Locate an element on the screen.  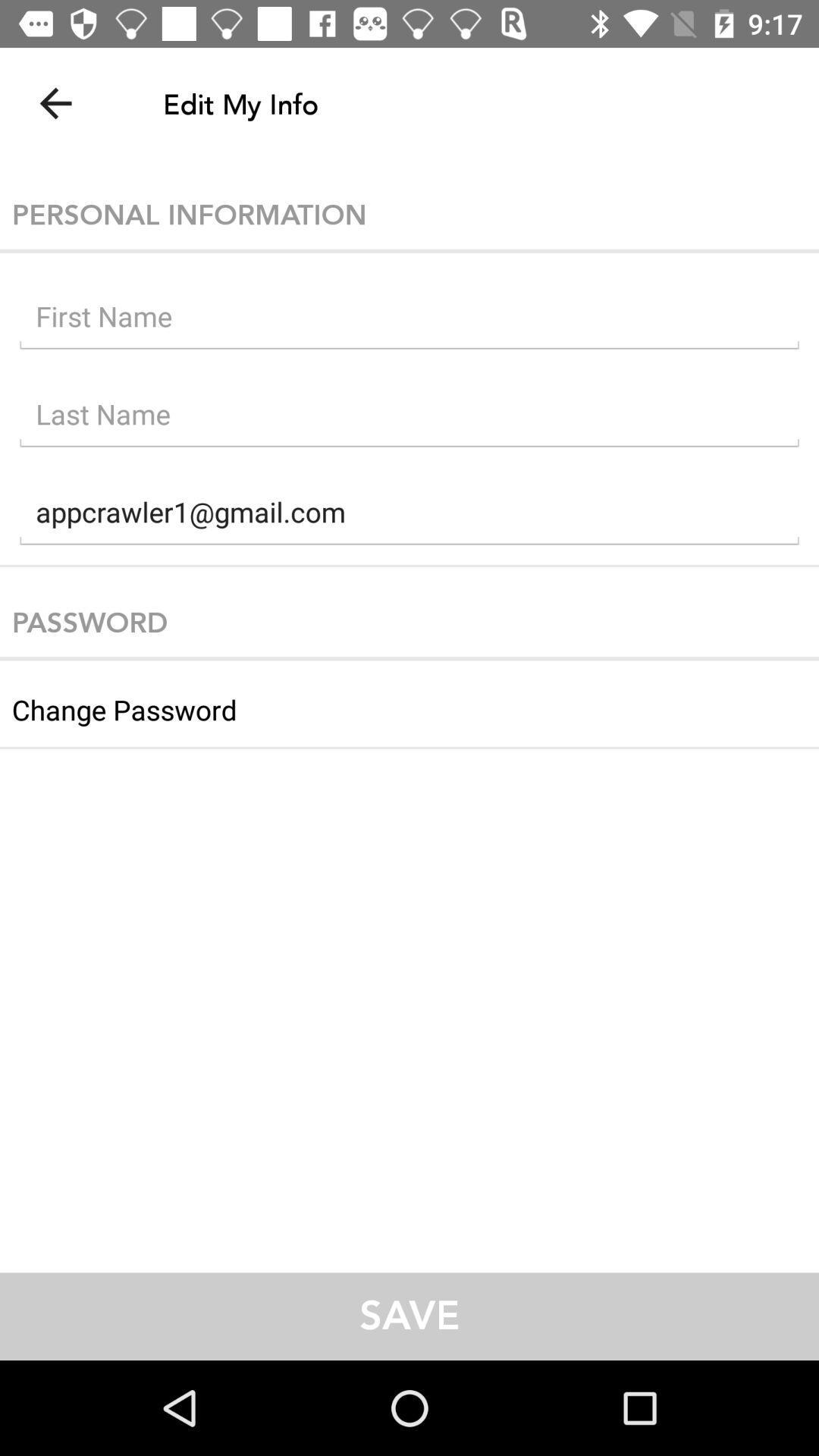
icon next to the edit my info item is located at coordinates (55, 102).